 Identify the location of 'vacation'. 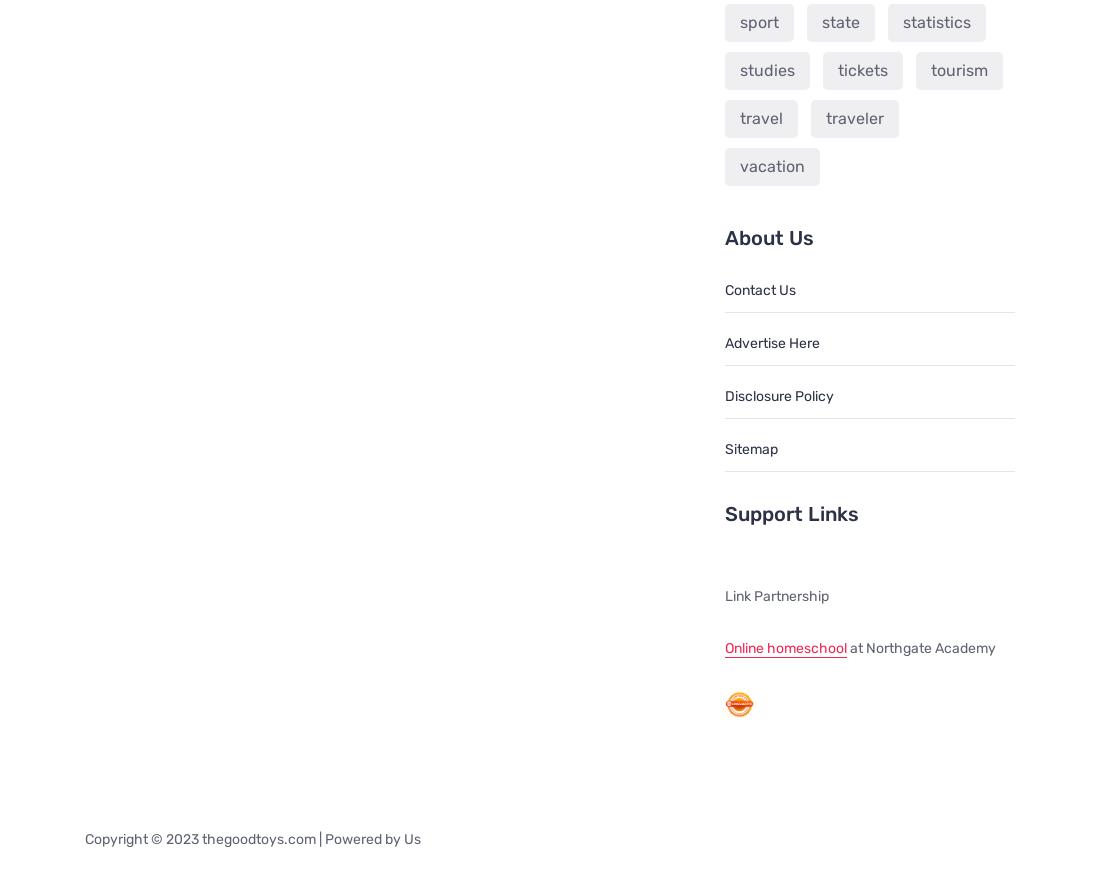
(771, 164).